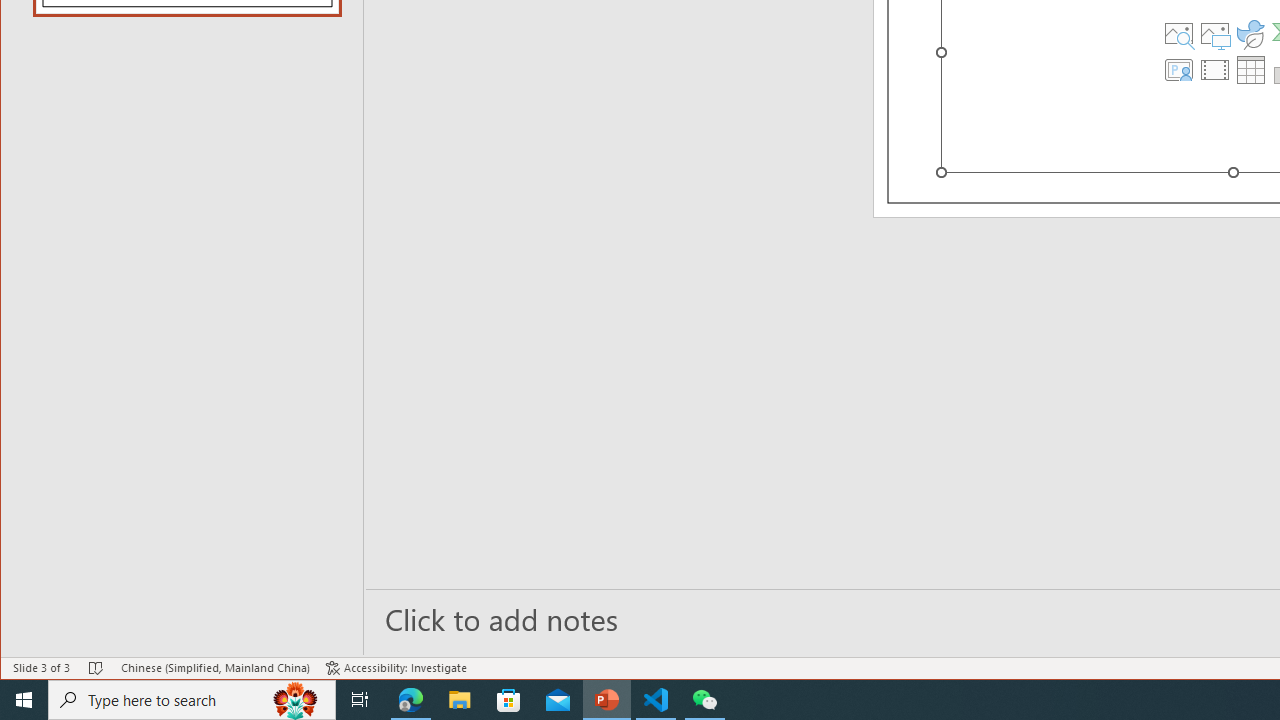 Image resolution: width=1280 pixels, height=720 pixels. Describe the element at coordinates (1250, 33) in the screenshot. I see `'Insert an Icon'` at that location.